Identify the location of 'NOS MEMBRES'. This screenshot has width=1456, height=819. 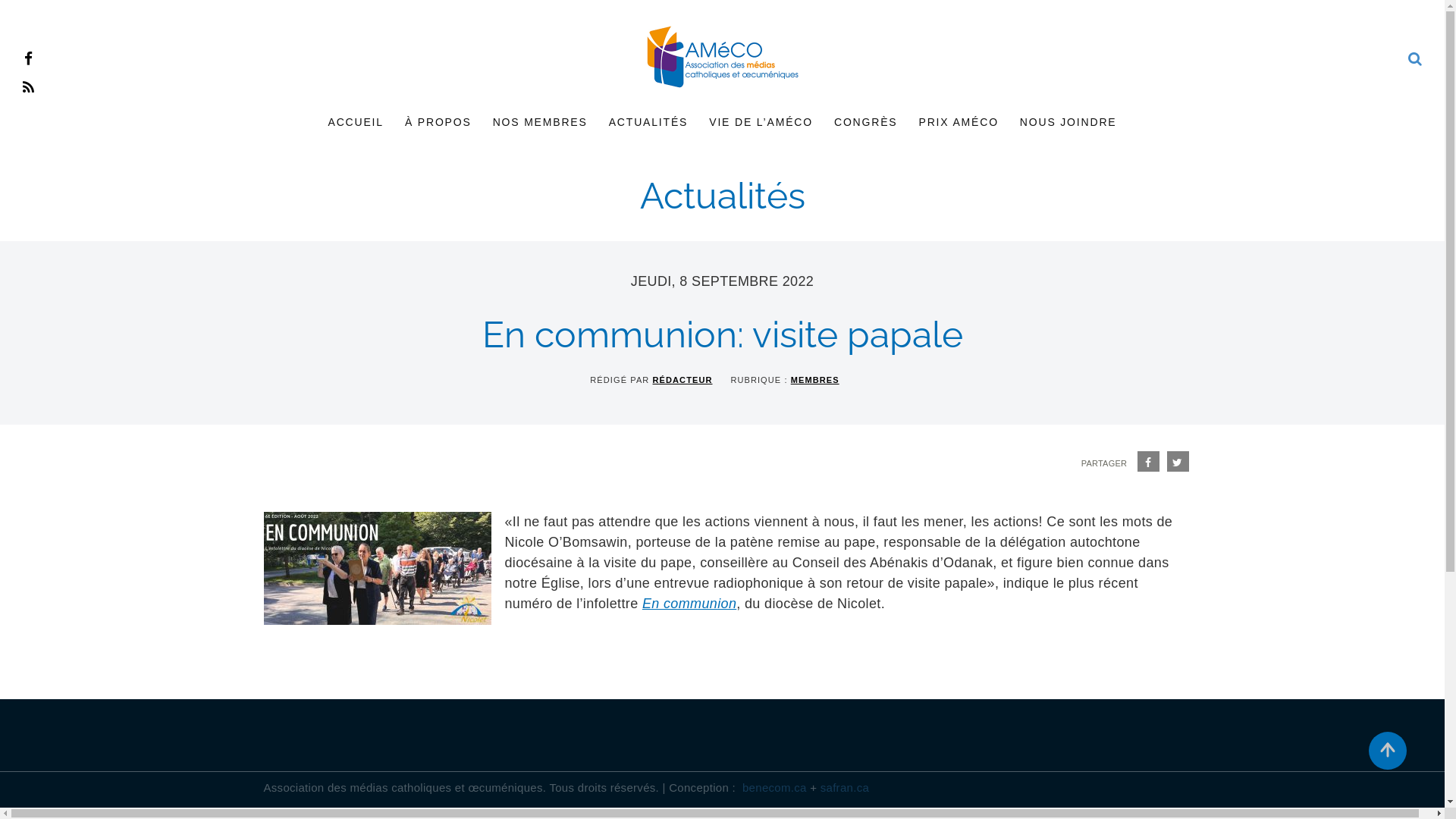
(481, 121).